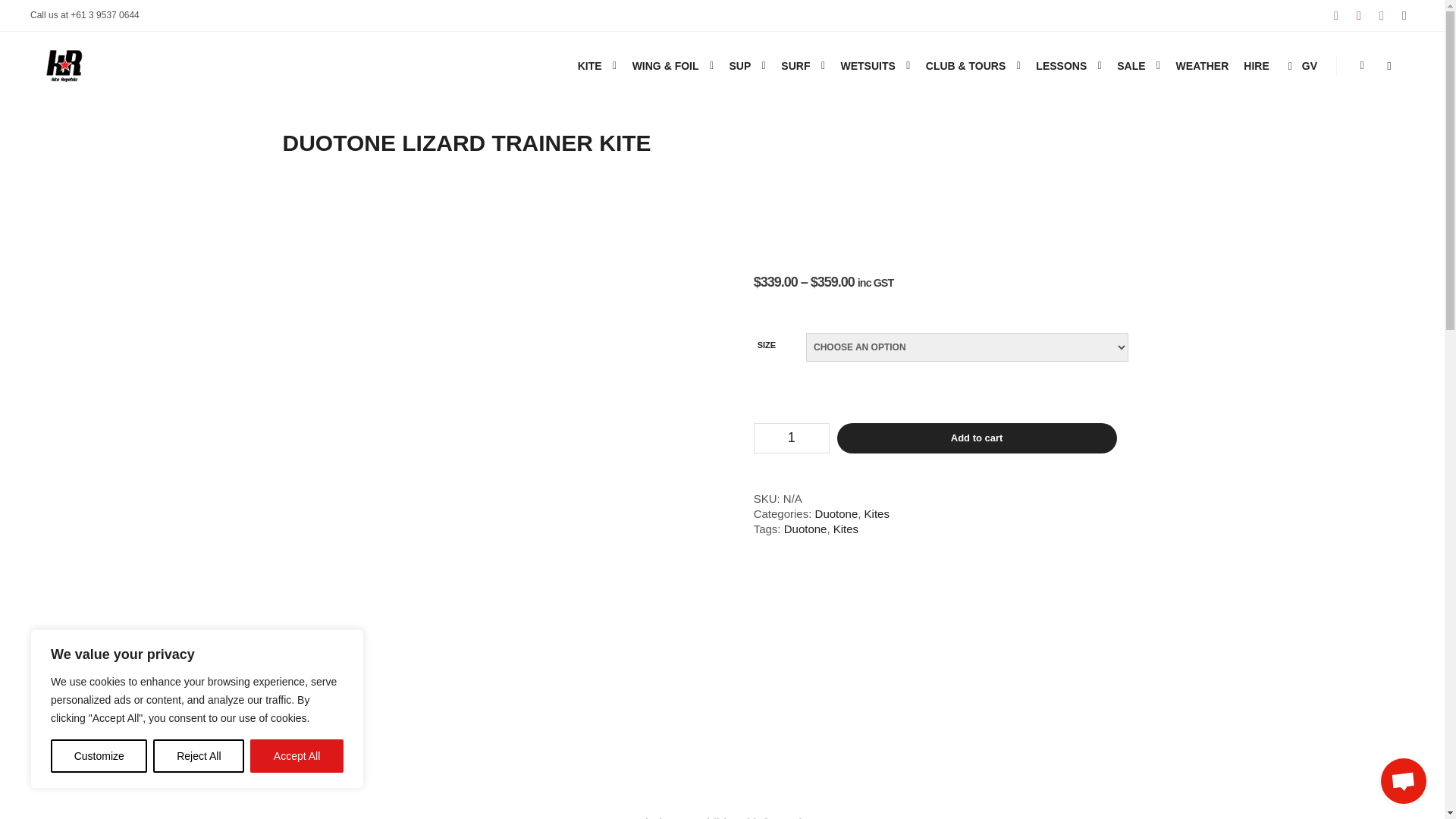 This screenshot has width=1456, height=819. Describe the element at coordinates (198, 755) in the screenshot. I see `'Reject All'` at that location.